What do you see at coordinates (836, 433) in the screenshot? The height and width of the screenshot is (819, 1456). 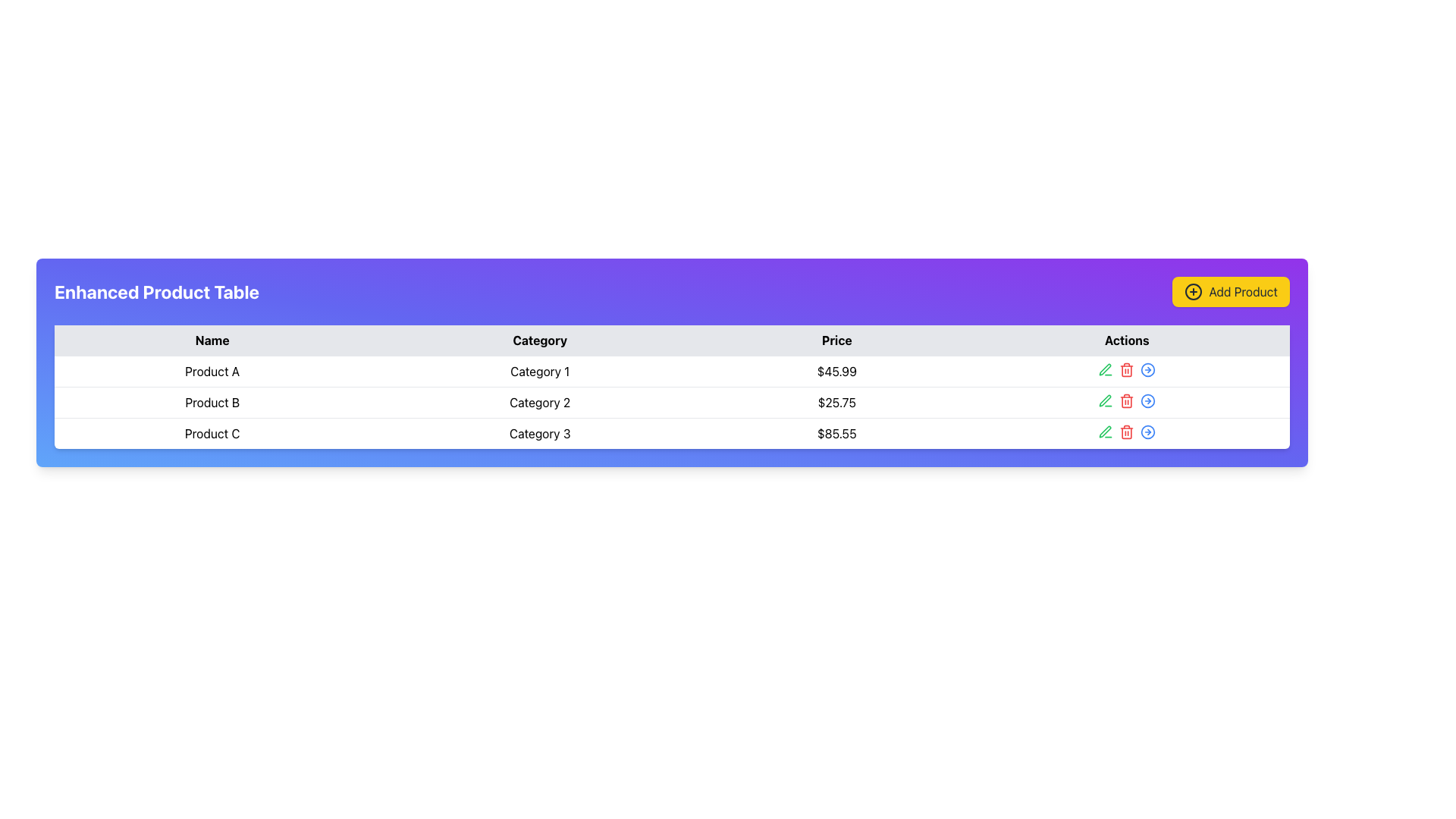 I see `the text label displaying the price '$85.55' in the 'Price' column for 'Product C' in the table` at bounding box center [836, 433].